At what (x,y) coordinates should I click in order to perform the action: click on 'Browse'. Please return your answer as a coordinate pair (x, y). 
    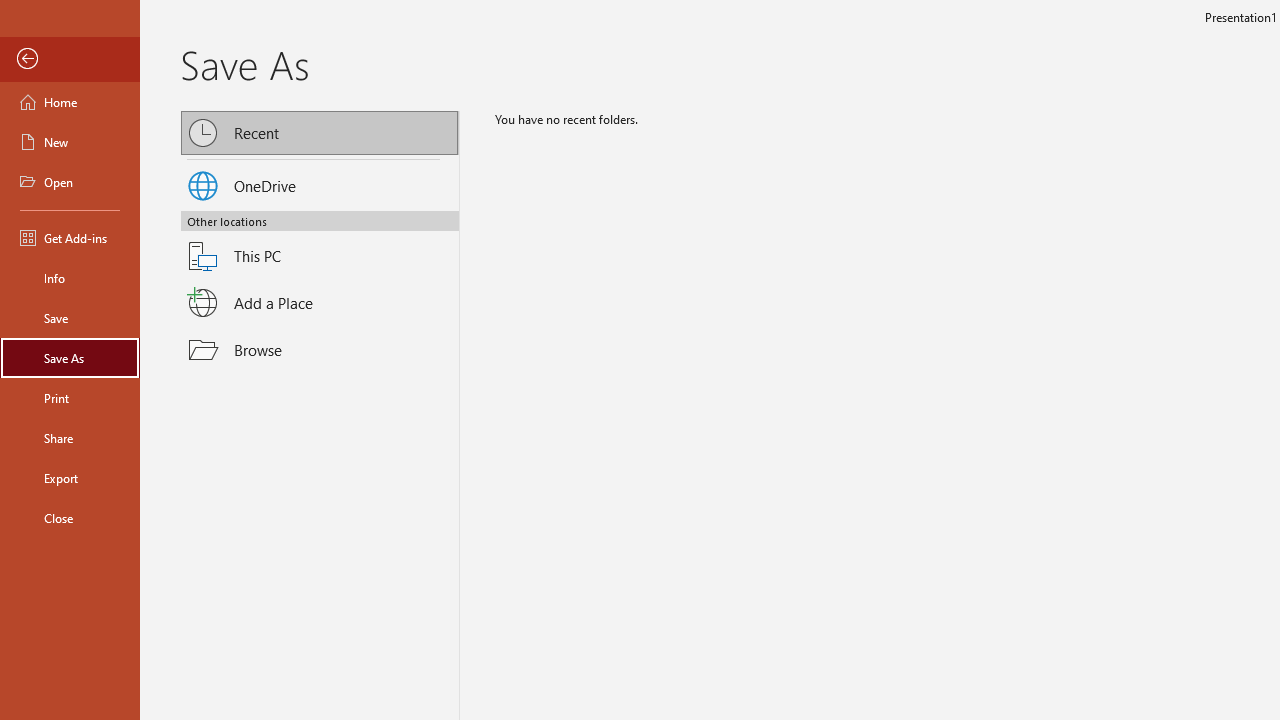
    Looking at the image, I should click on (320, 349).